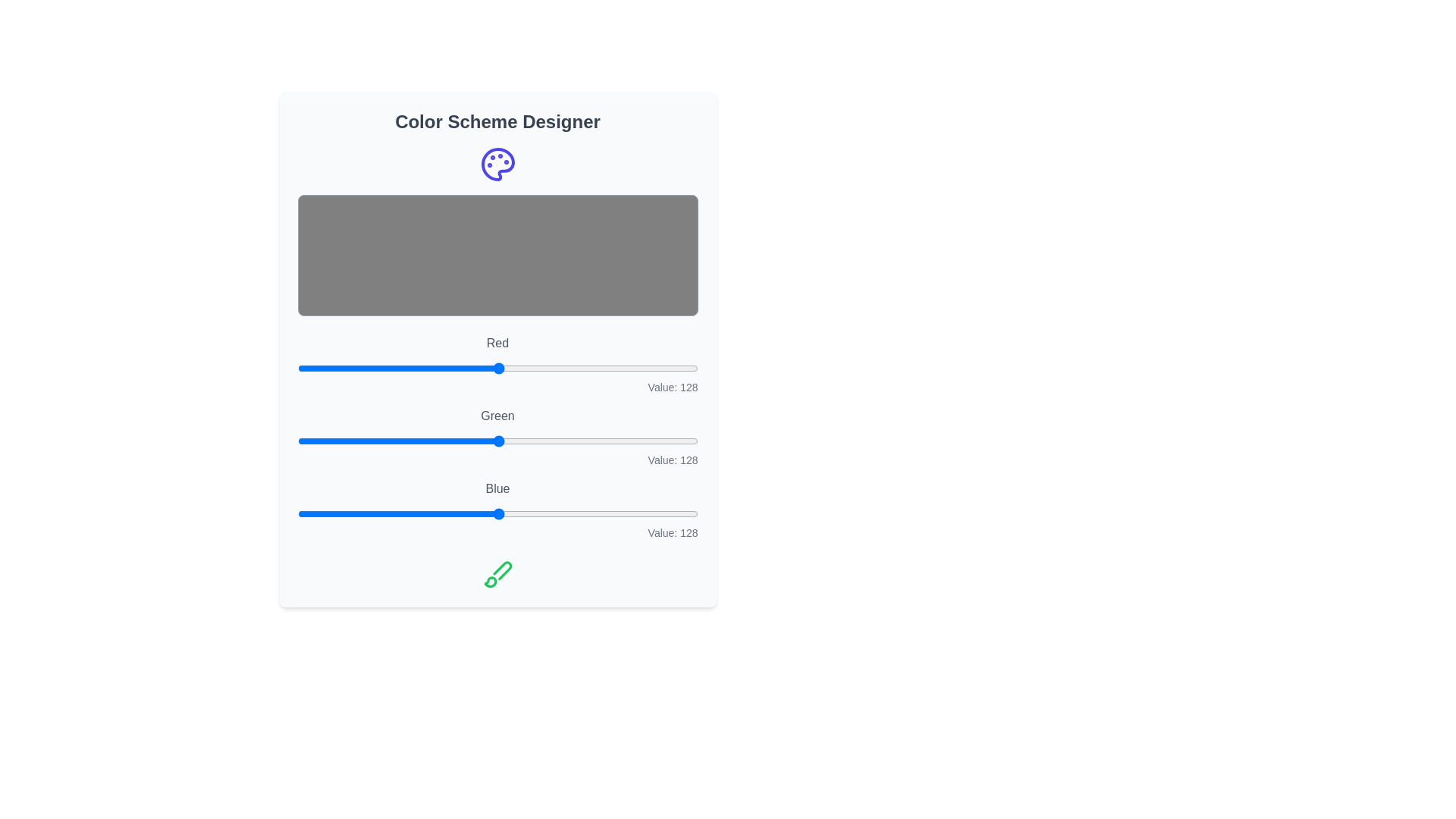 Image resolution: width=1456 pixels, height=819 pixels. I want to click on the blue color value, so click(387, 513).